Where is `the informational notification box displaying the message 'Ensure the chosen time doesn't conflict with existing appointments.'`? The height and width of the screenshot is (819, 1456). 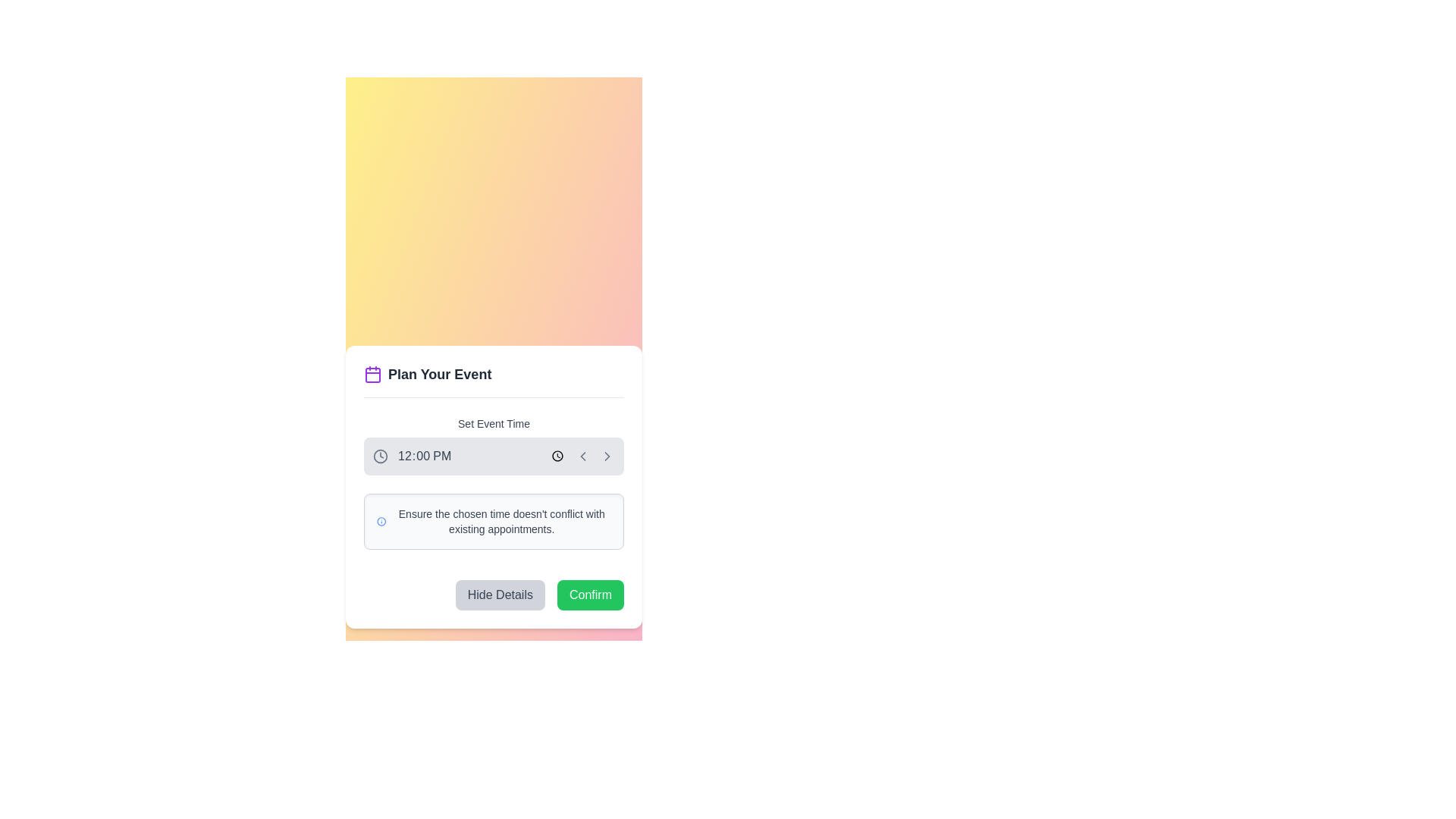 the informational notification box displaying the message 'Ensure the chosen time doesn't conflict with existing appointments.' is located at coordinates (494, 520).